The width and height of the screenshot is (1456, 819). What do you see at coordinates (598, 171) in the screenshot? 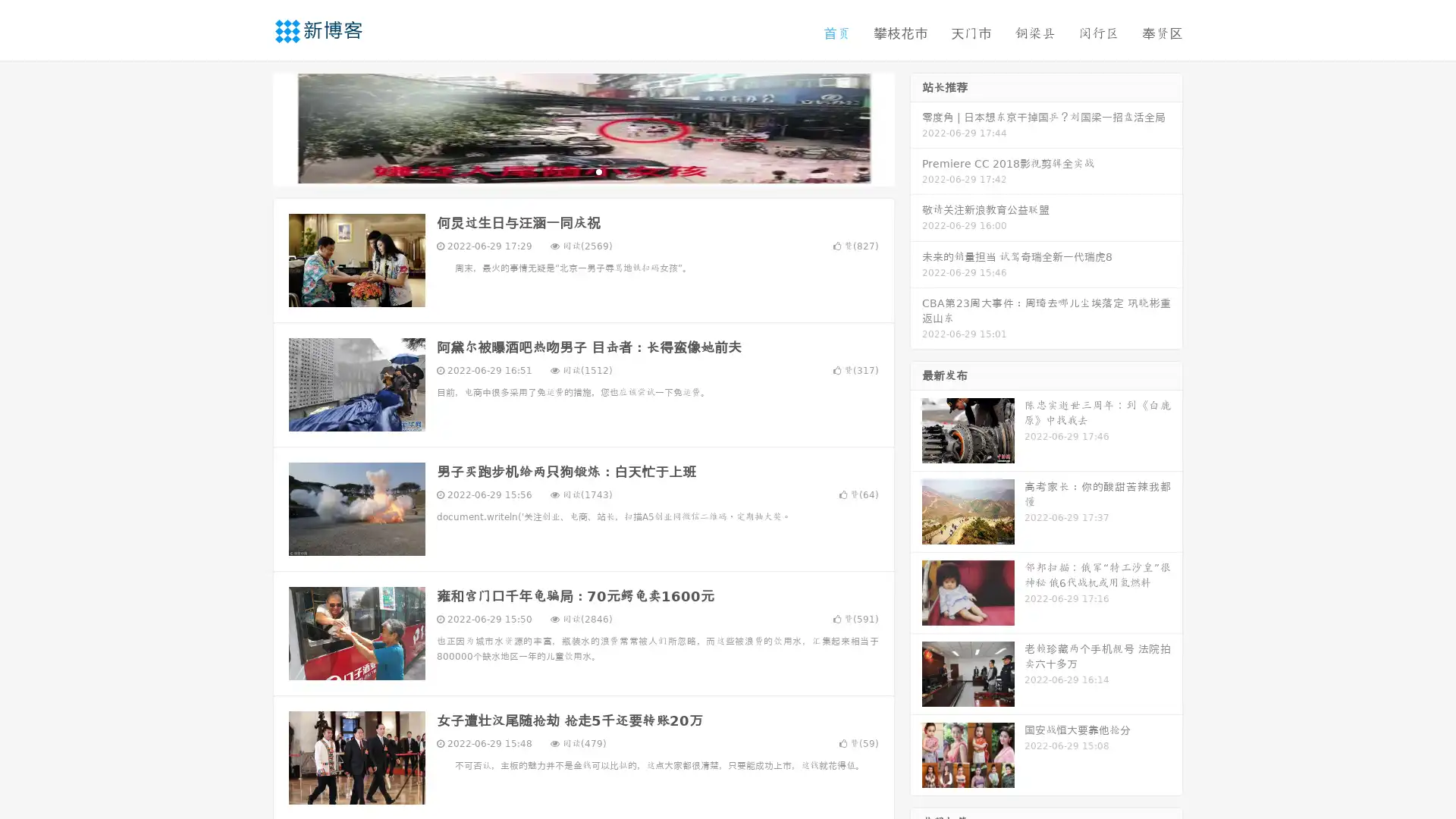
I see `Go to slide 3` at bounding box center [598, 171].